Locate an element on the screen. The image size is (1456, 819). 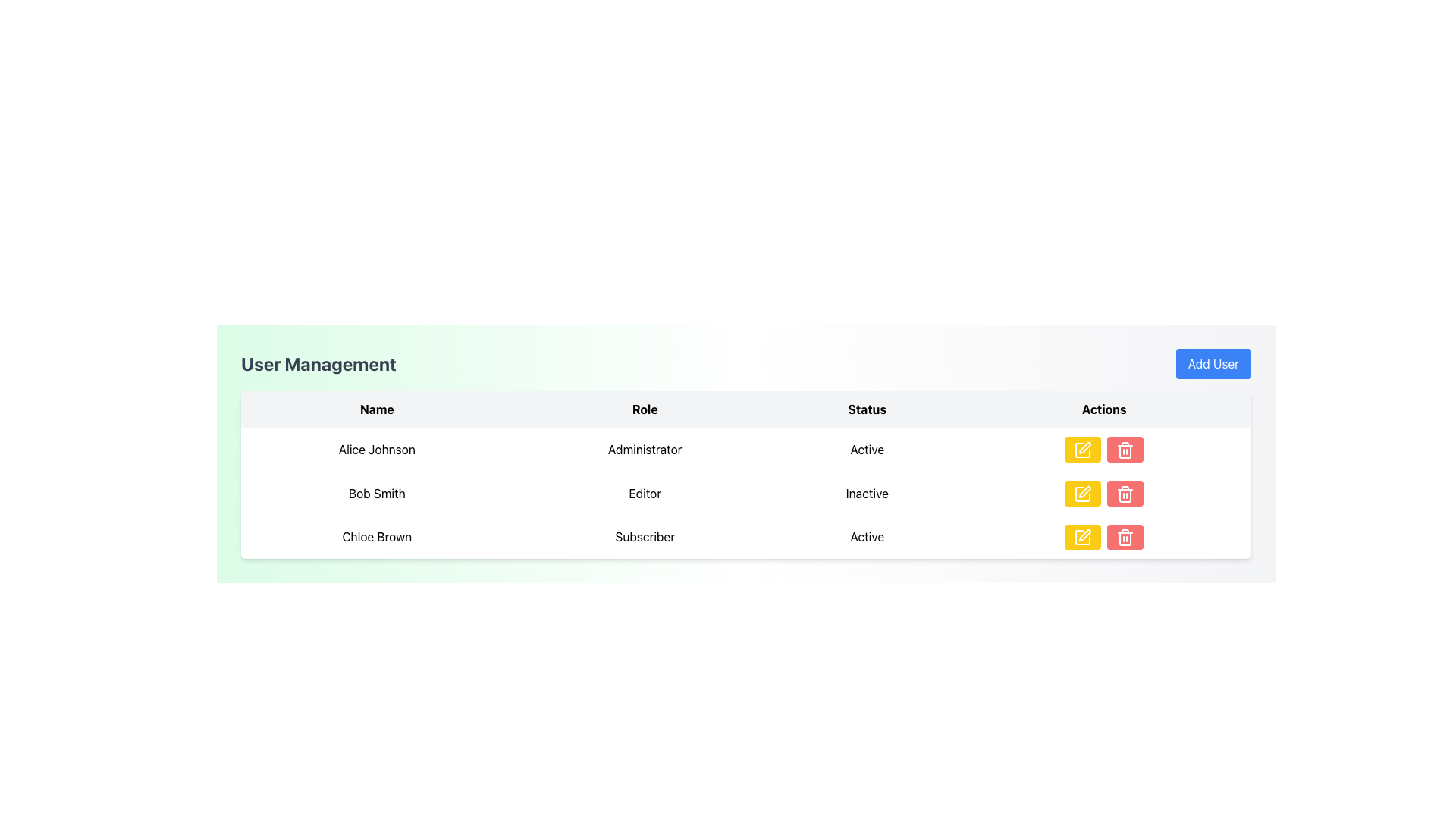
the edit button with a pen icon in the Actions column of the first row in the user table is located at coordinates (1082, 448).